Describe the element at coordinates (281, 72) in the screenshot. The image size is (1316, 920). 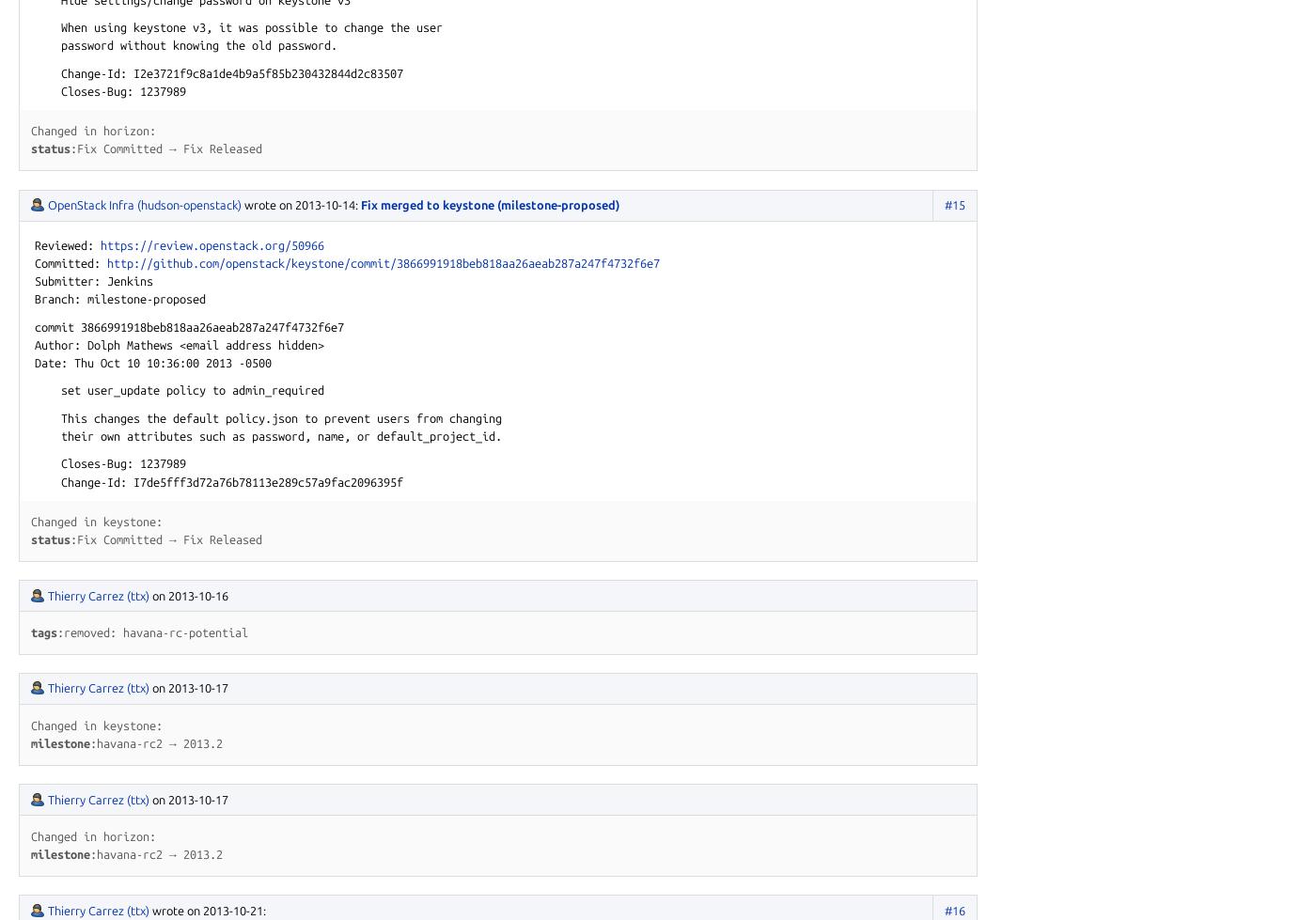
I see `'4b9a5f85b230432'` at that location.